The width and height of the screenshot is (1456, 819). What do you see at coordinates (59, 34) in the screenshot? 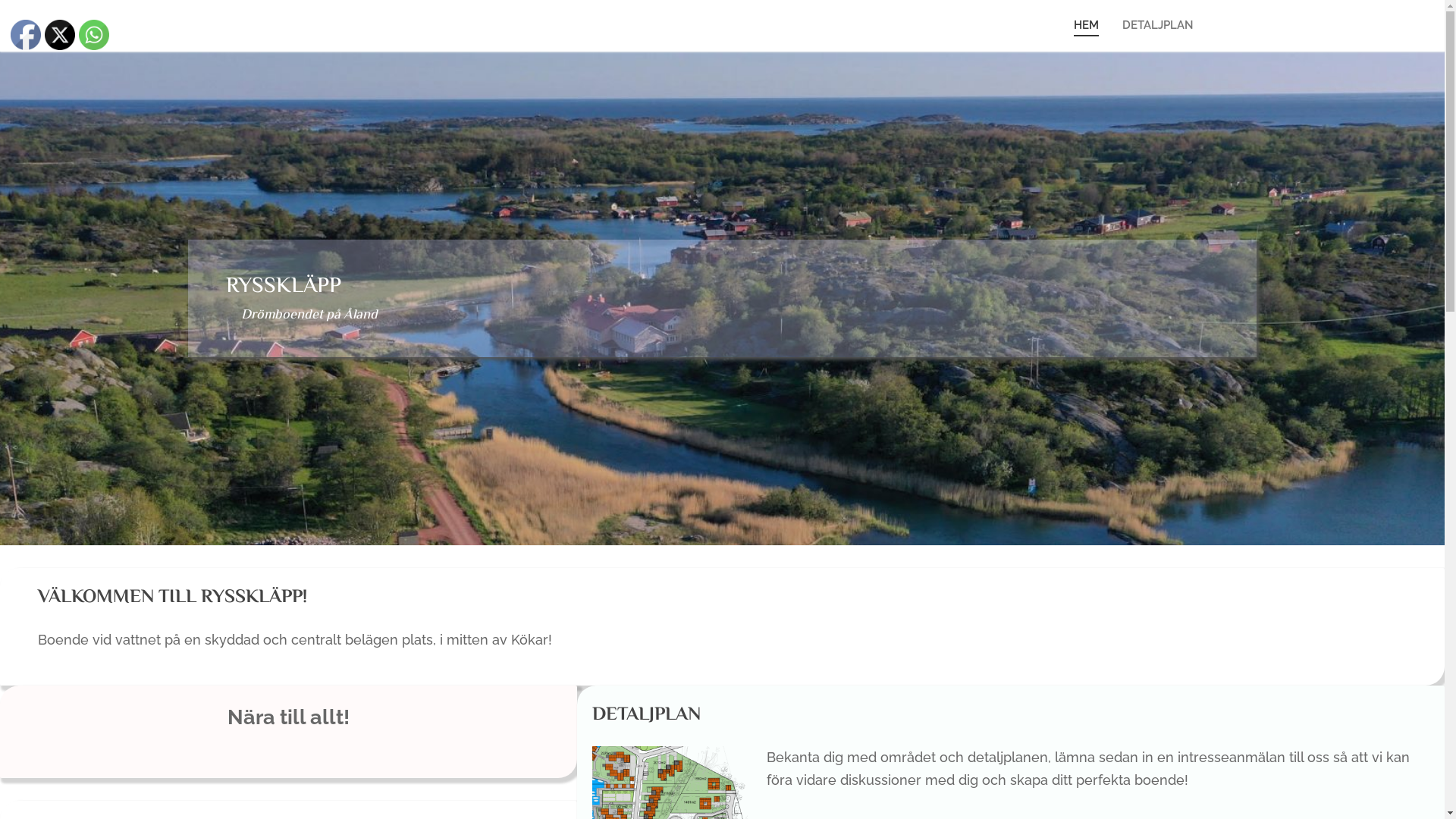
I see `'Twitter'` at bounding box center [59, 34].